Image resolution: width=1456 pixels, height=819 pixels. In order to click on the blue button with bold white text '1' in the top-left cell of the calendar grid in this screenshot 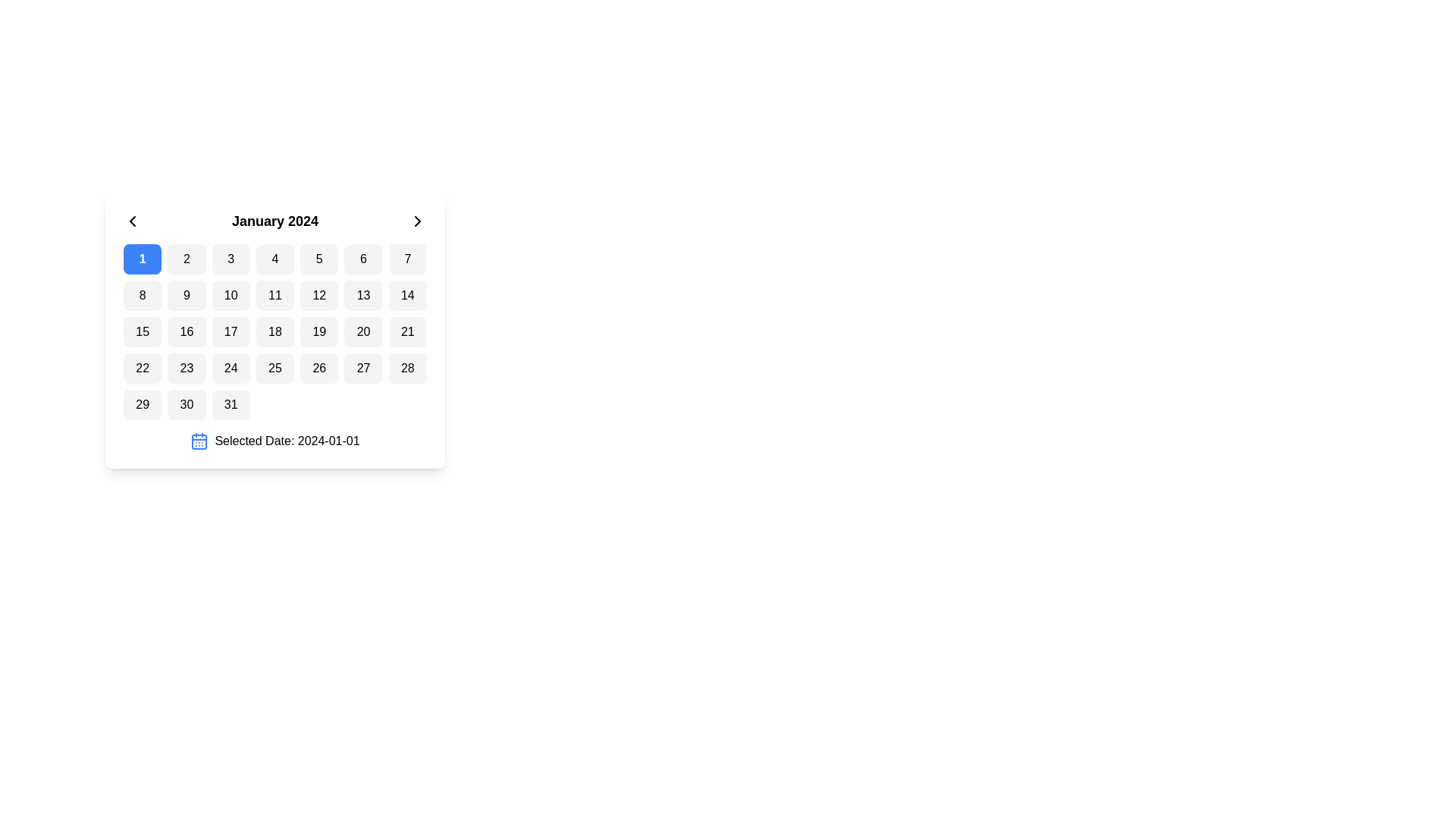, I will do `click(142, 259)`.